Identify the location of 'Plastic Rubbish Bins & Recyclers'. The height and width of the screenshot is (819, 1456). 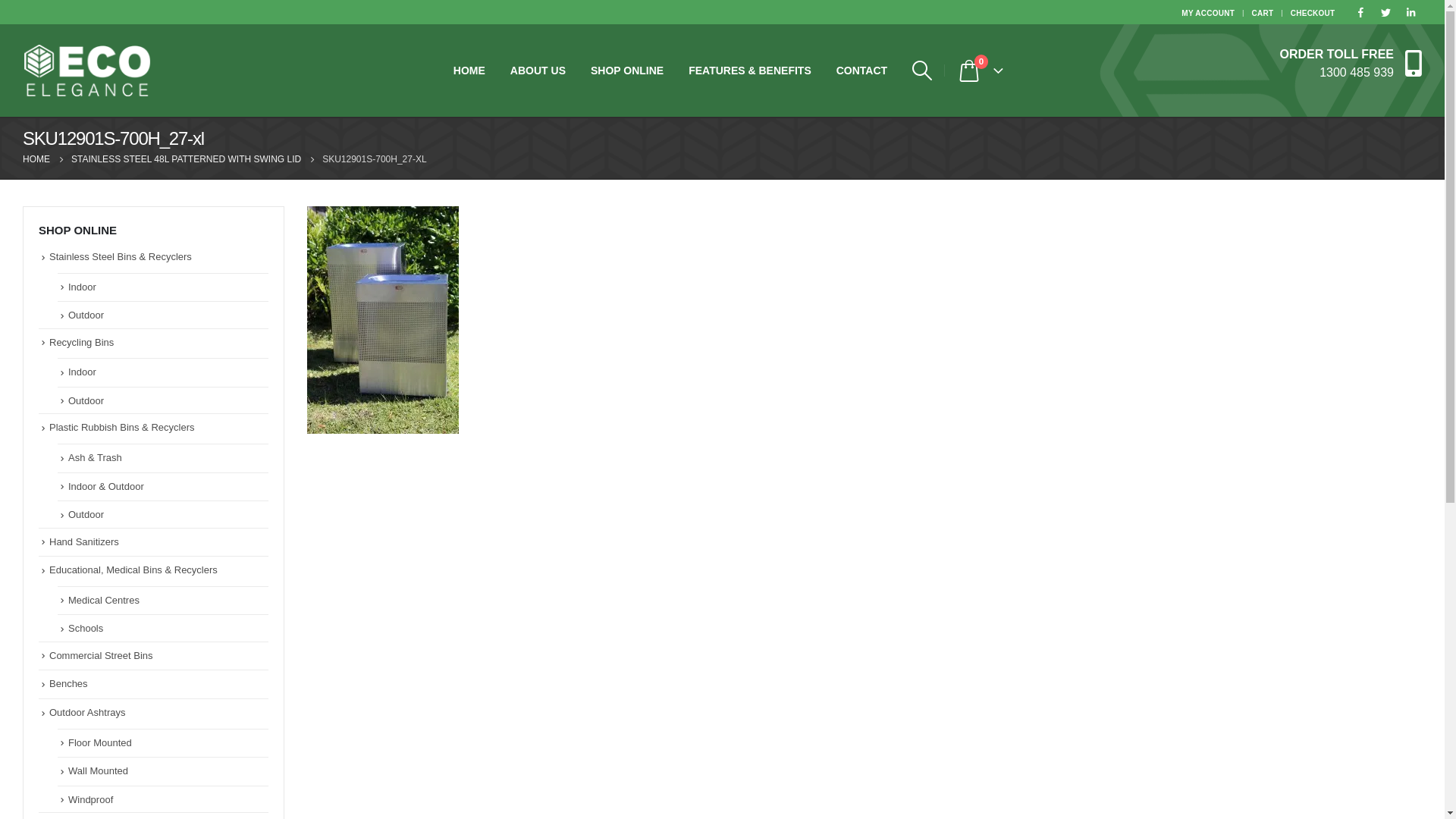
(121, 427).